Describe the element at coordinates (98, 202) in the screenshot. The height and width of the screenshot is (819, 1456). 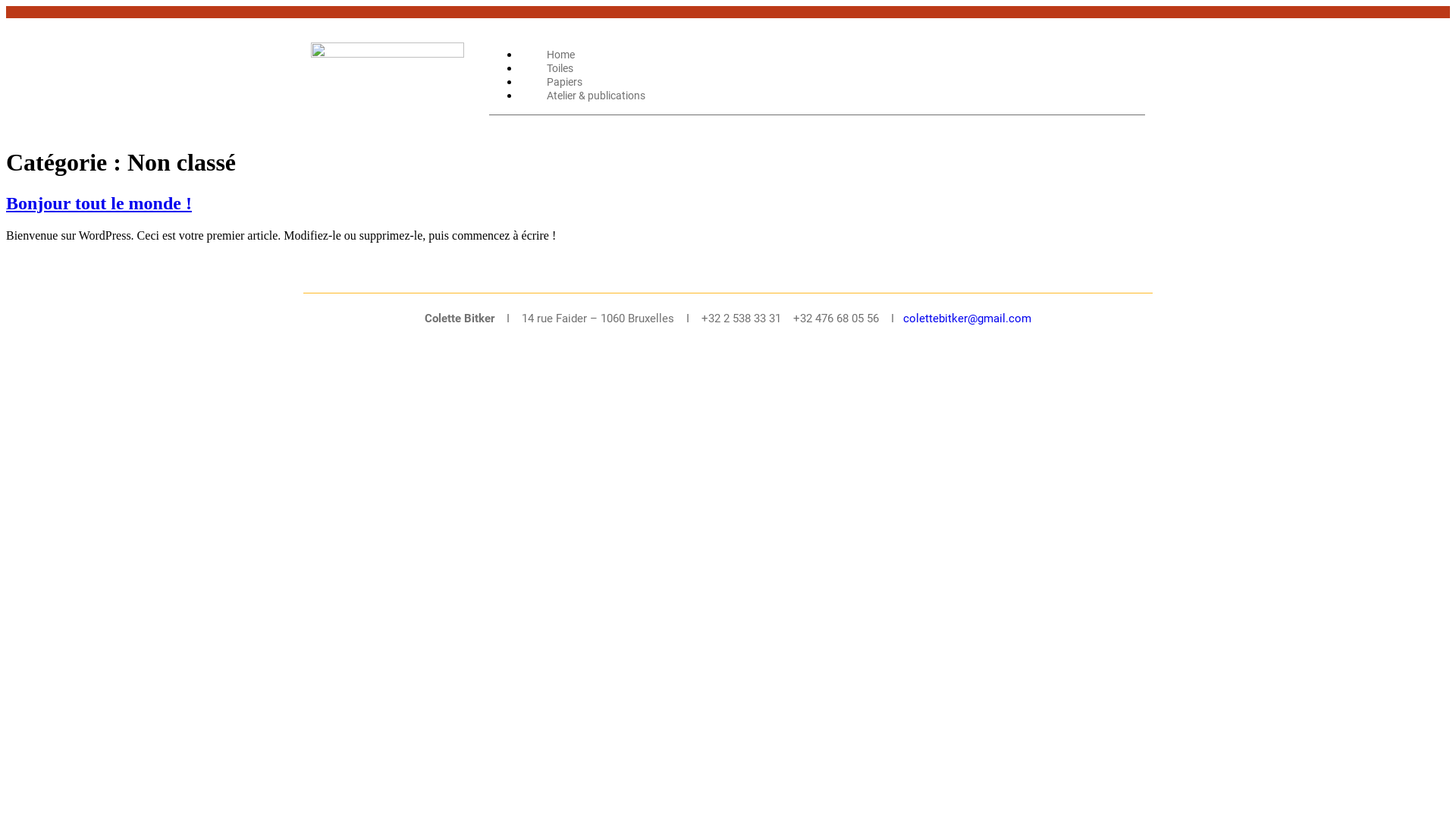
I see `'Bonjour tout le monde !'` at that location.